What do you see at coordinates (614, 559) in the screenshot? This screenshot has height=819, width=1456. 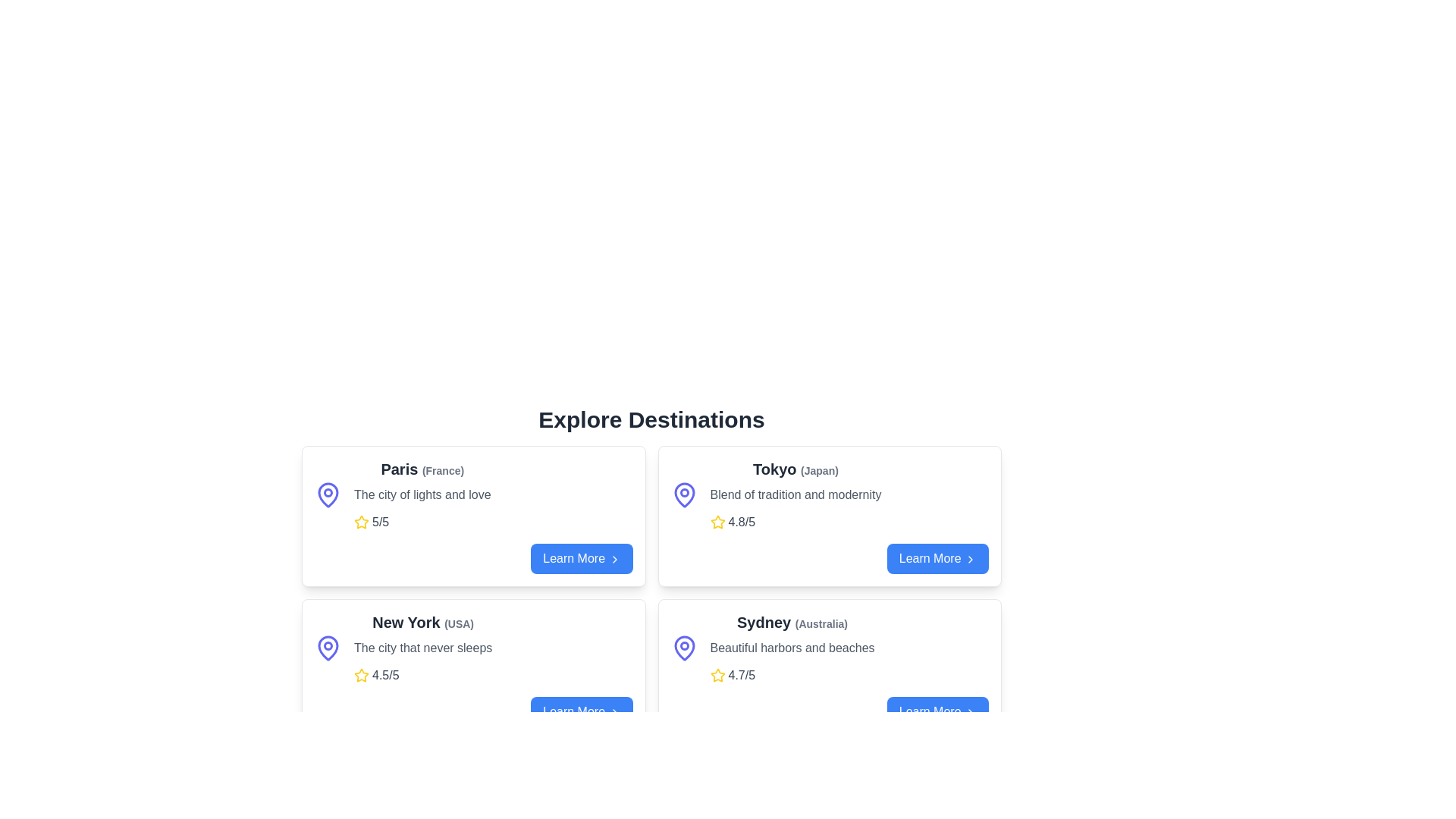 I see `the chevron-shaped arrow icon pointing to the right, located in the blue 'Learn More' button adjacent to the text 'Learn More'` at bounding box center [614, 559].